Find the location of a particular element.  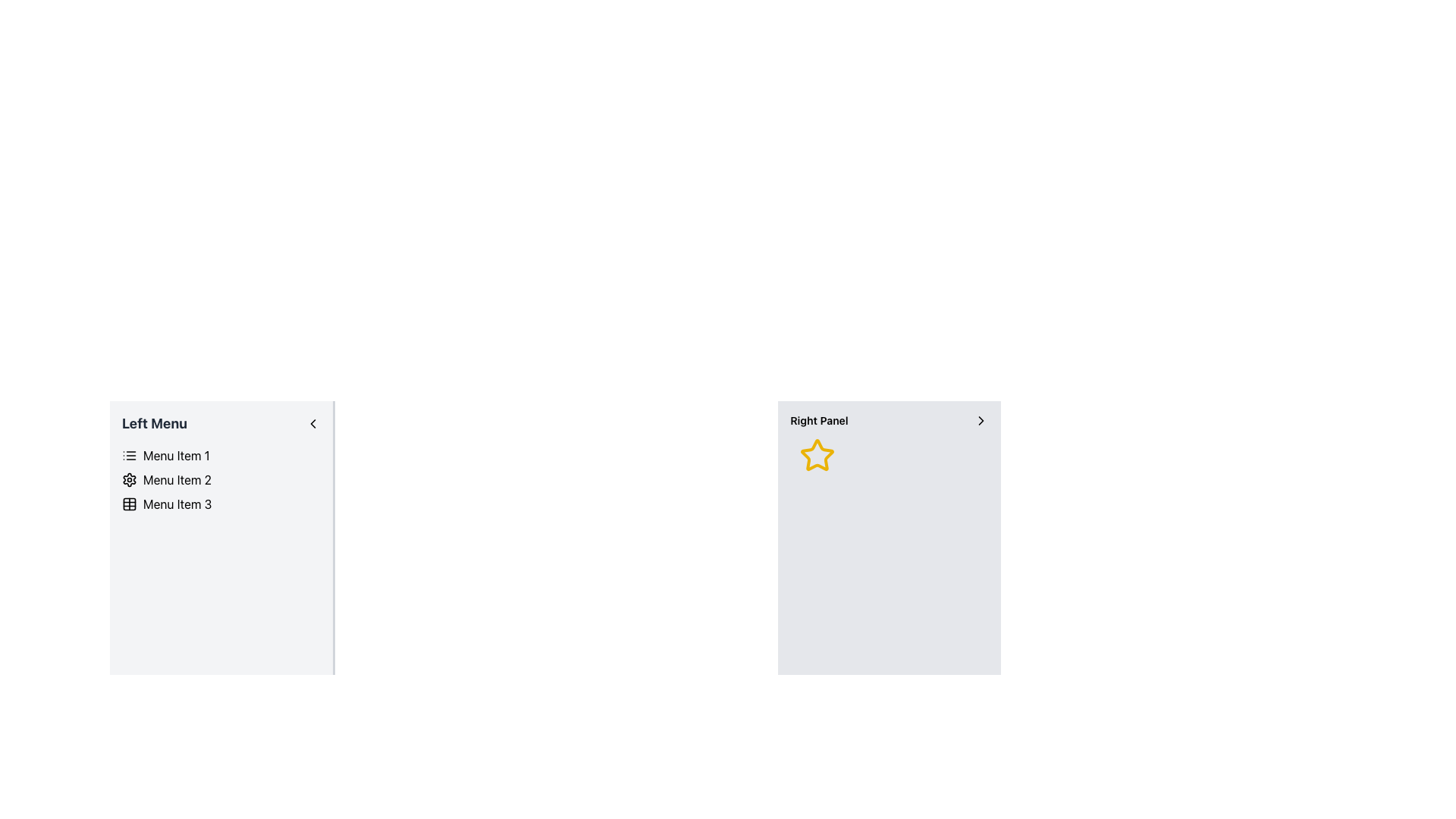

the star icon with a hollow center and a yellow border located at the center of the right panel beneath the 'Right Panel' text header is located at coordinates (817, 455).